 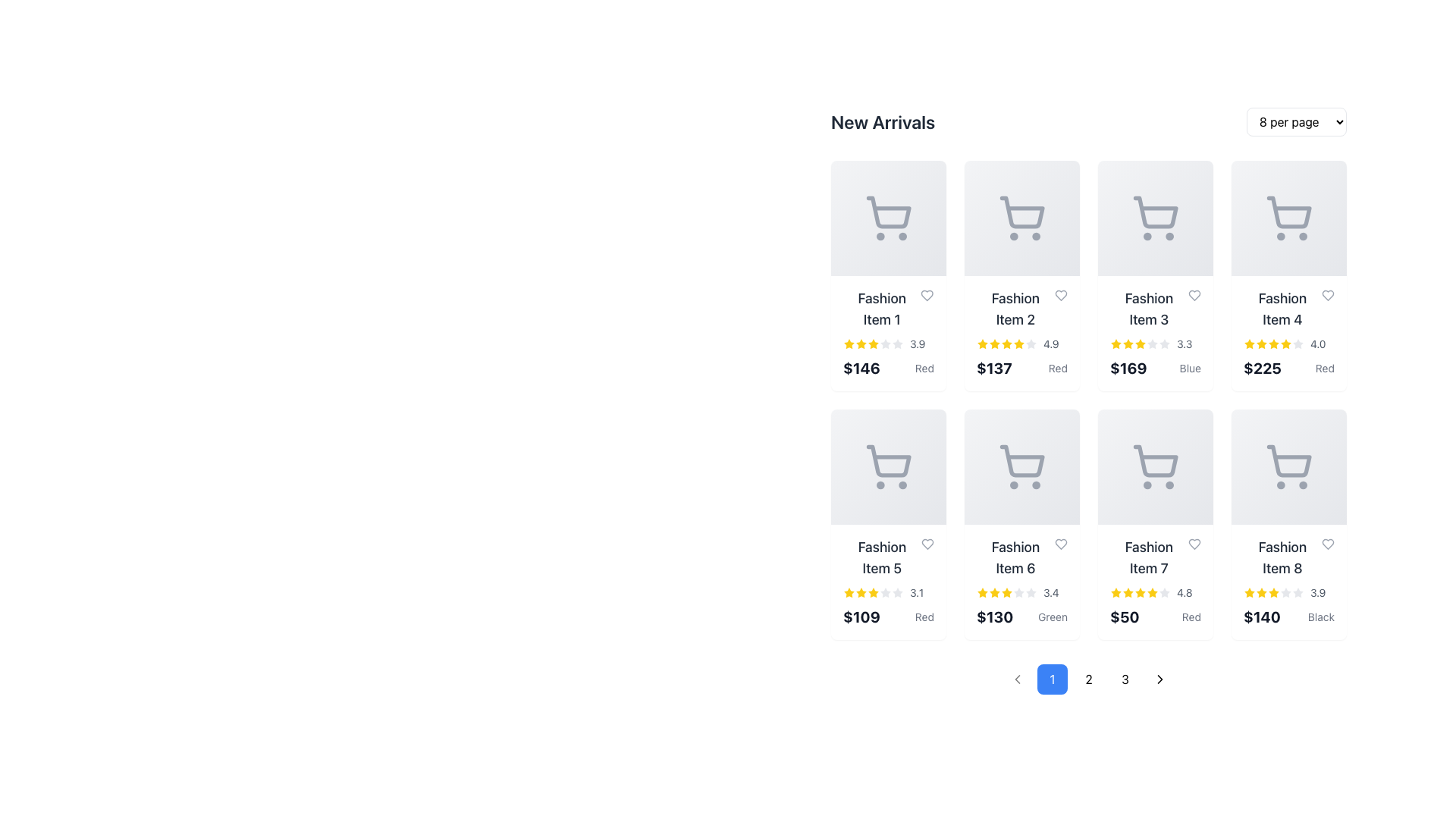 I want to click on rating display component for 'Fashion Item 1', which features partially filled yellow stars and a numeric rating of '3.9', to determine the visual split between filled and unfilled stars, so click(x=888, y=332).